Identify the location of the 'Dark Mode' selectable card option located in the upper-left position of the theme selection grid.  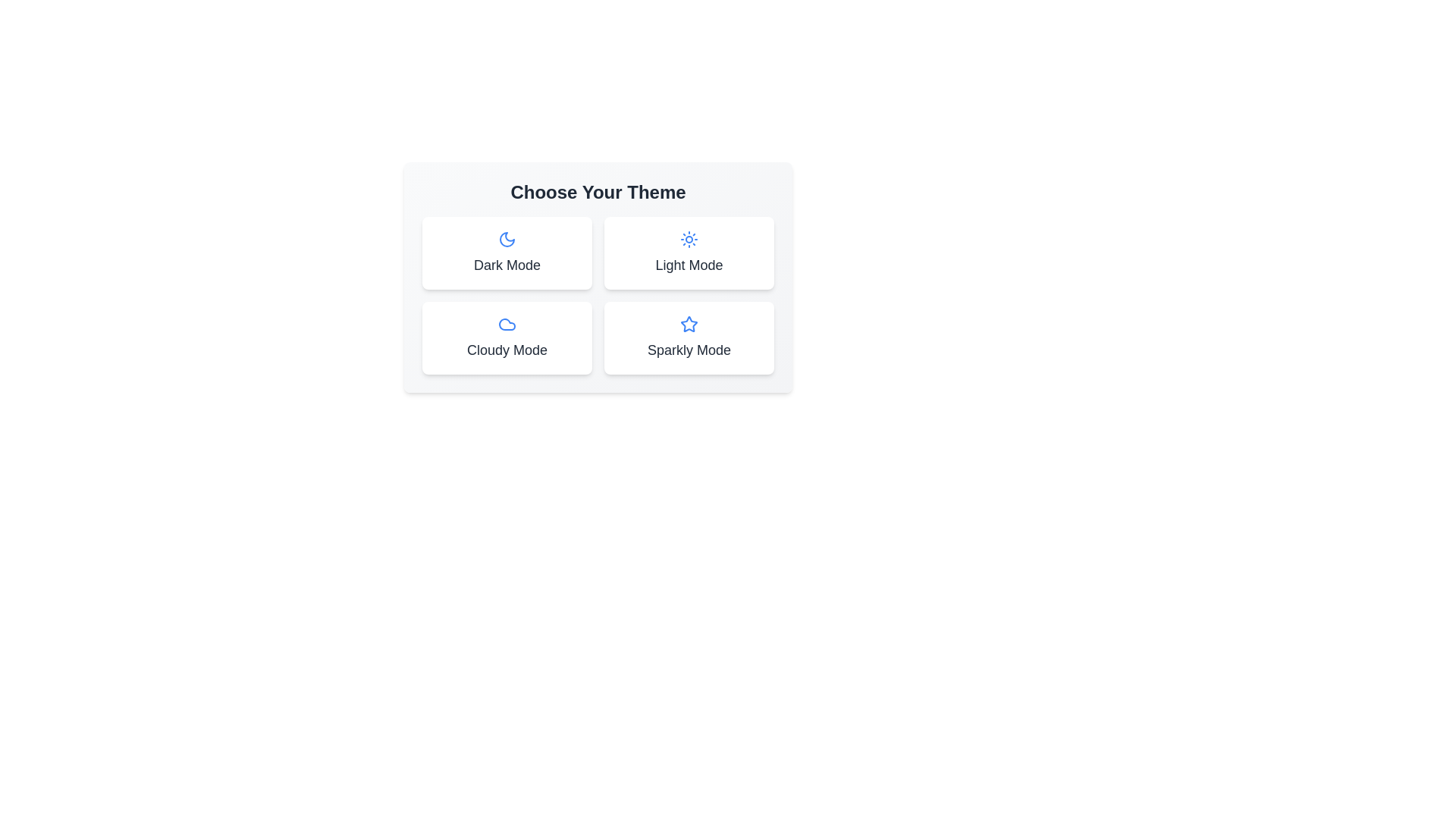
(507, 253).